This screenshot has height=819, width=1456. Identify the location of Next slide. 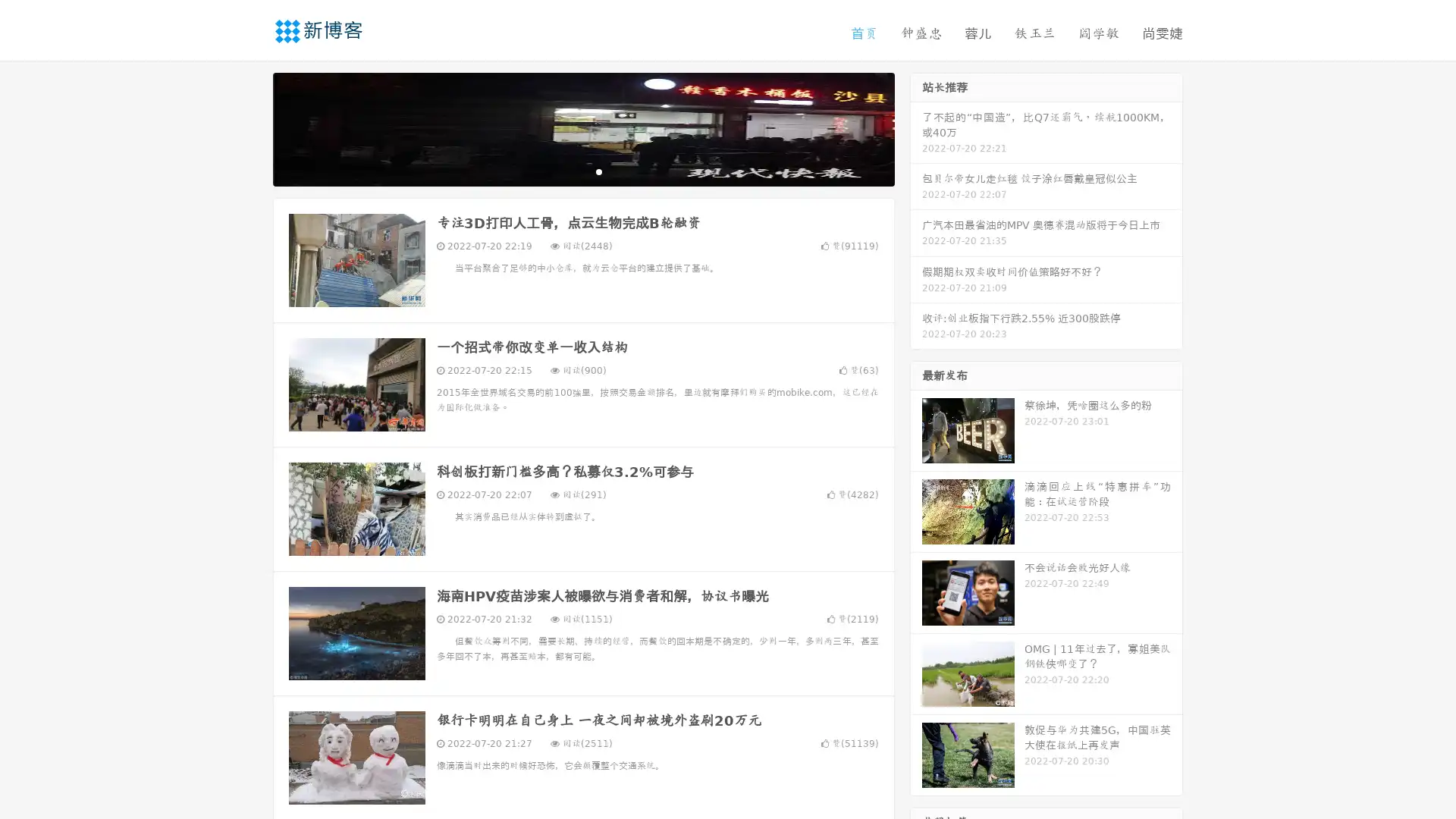
(916, 127).